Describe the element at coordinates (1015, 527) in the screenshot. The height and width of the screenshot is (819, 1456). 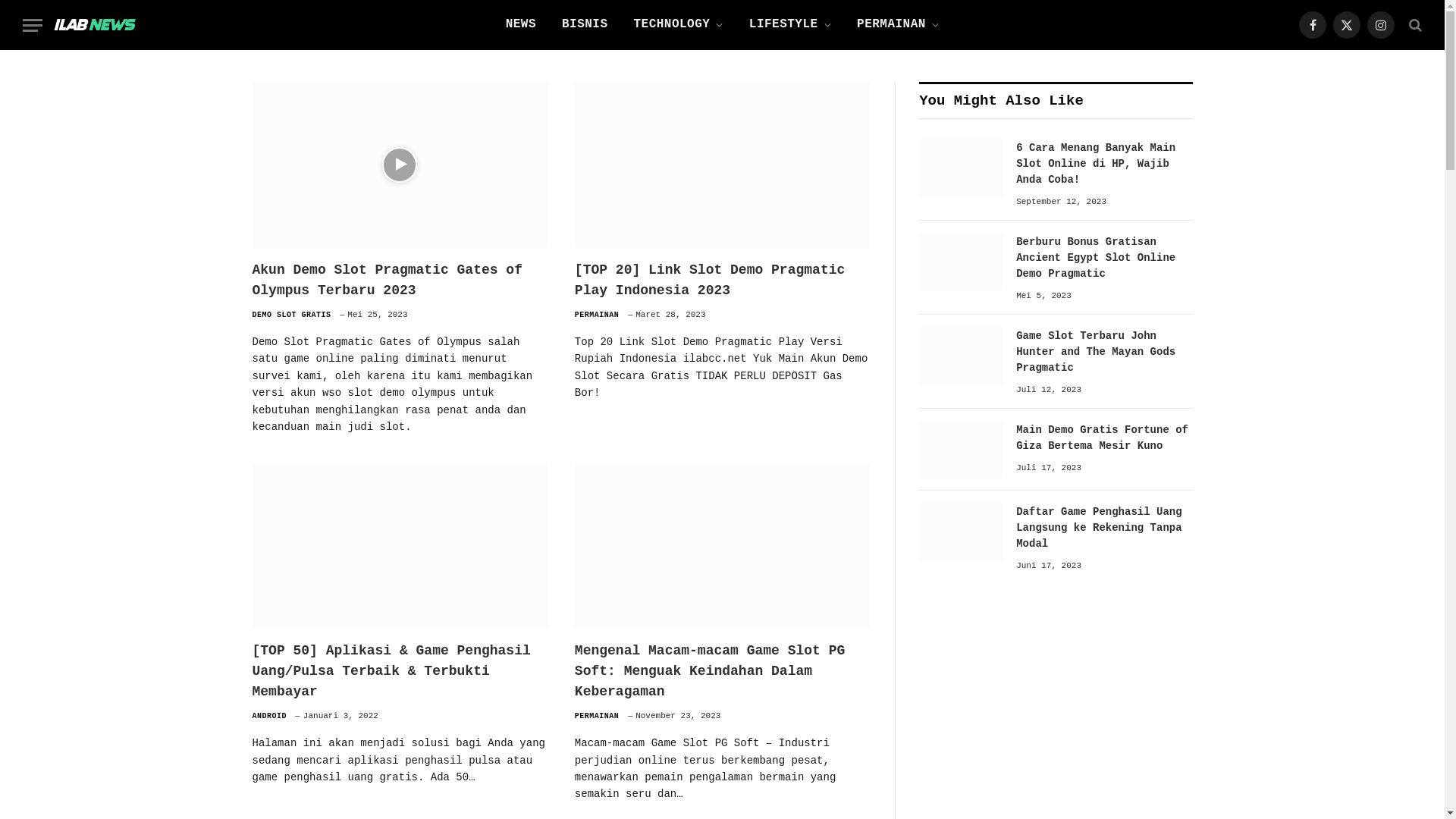
I see `'Daftar Game Penghasil Uang Langsung ke Rekening Tanpa Modal'` at that location.